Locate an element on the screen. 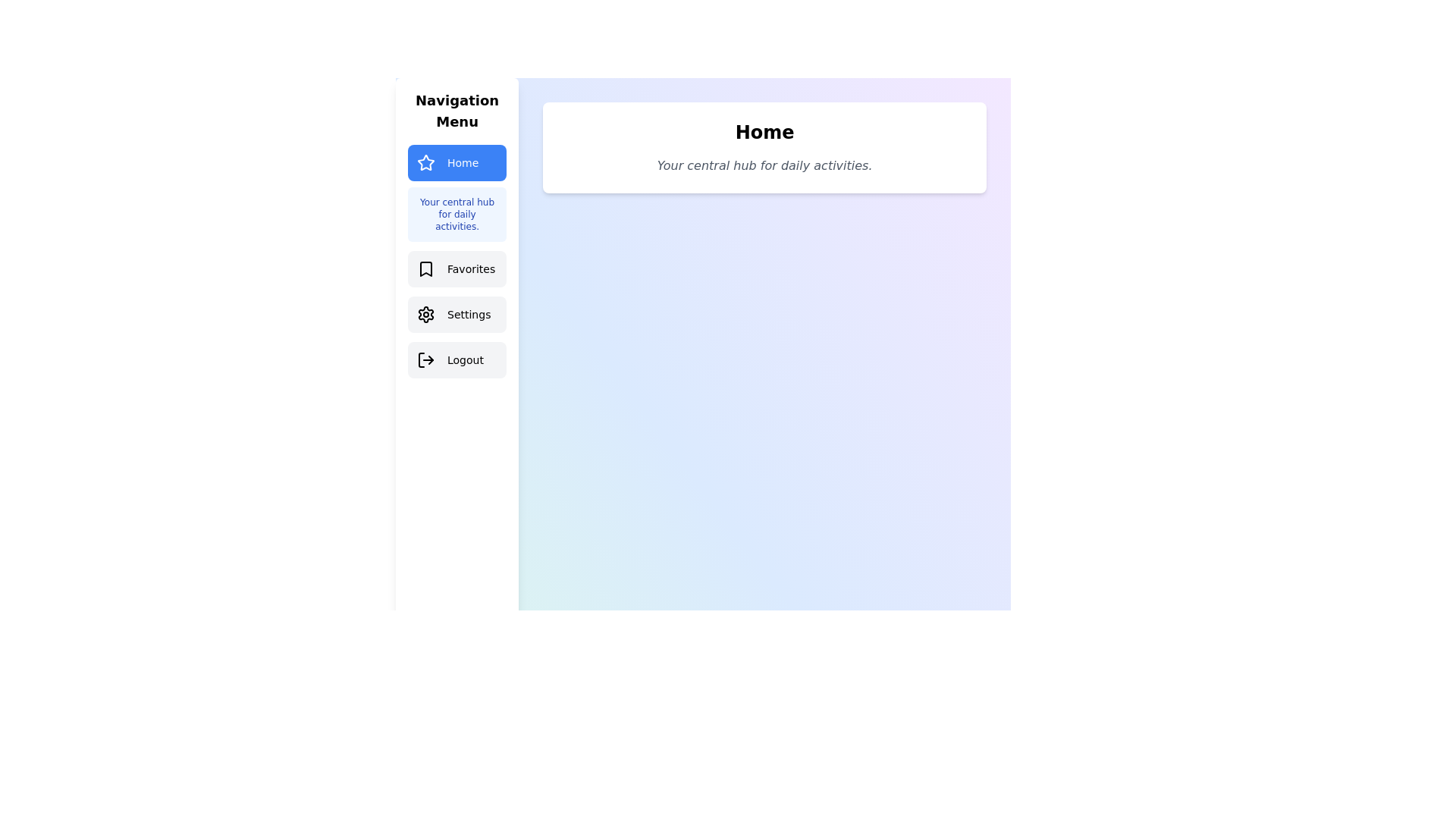 The width and height of the screenshot is (1456, 819). the menu tab Settings to preview its interaction is located at coordinates (457, 314).